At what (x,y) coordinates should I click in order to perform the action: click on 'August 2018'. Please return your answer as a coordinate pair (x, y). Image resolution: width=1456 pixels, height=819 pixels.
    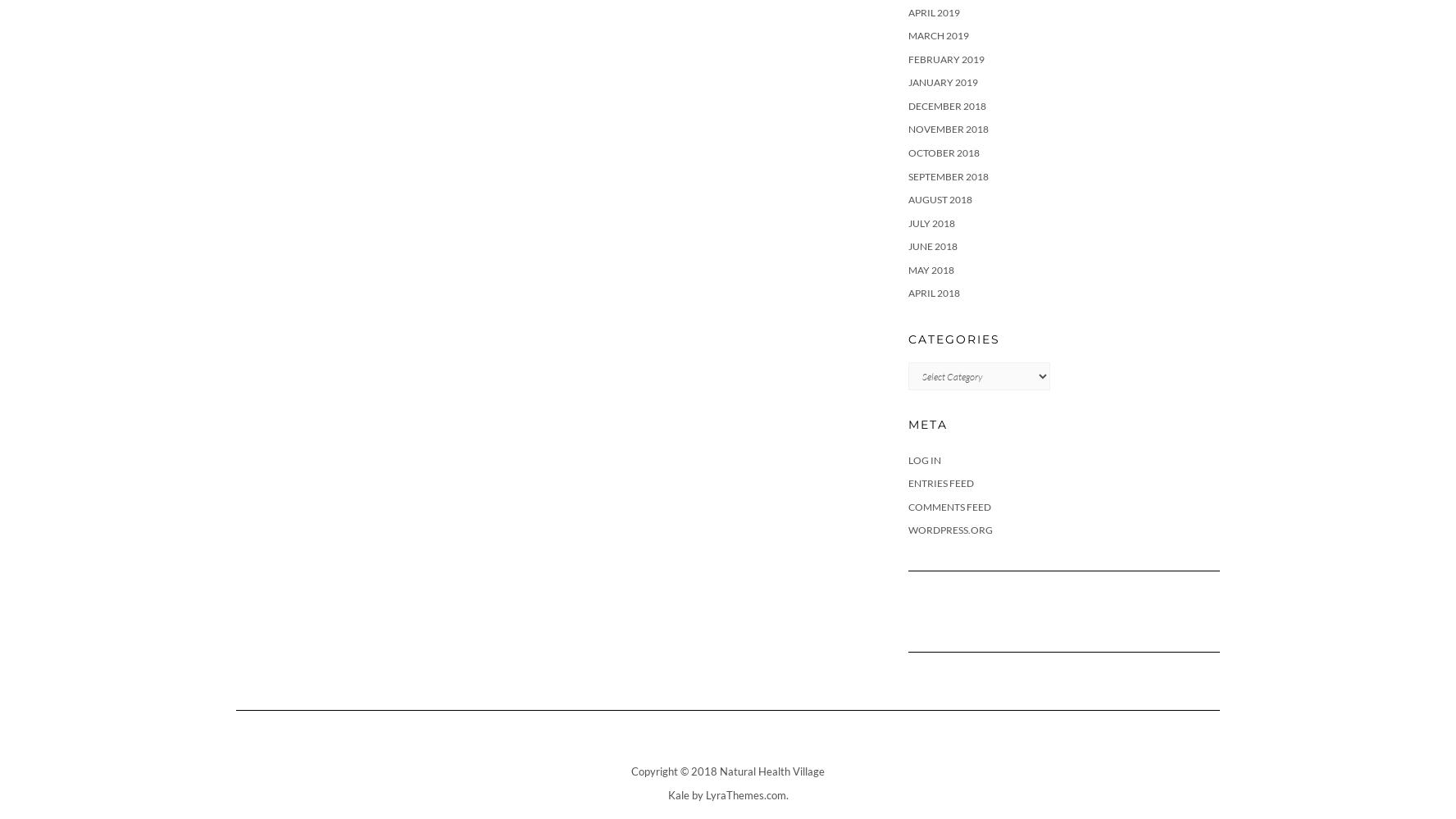
    Looking at the image, I should click on (940, 199).